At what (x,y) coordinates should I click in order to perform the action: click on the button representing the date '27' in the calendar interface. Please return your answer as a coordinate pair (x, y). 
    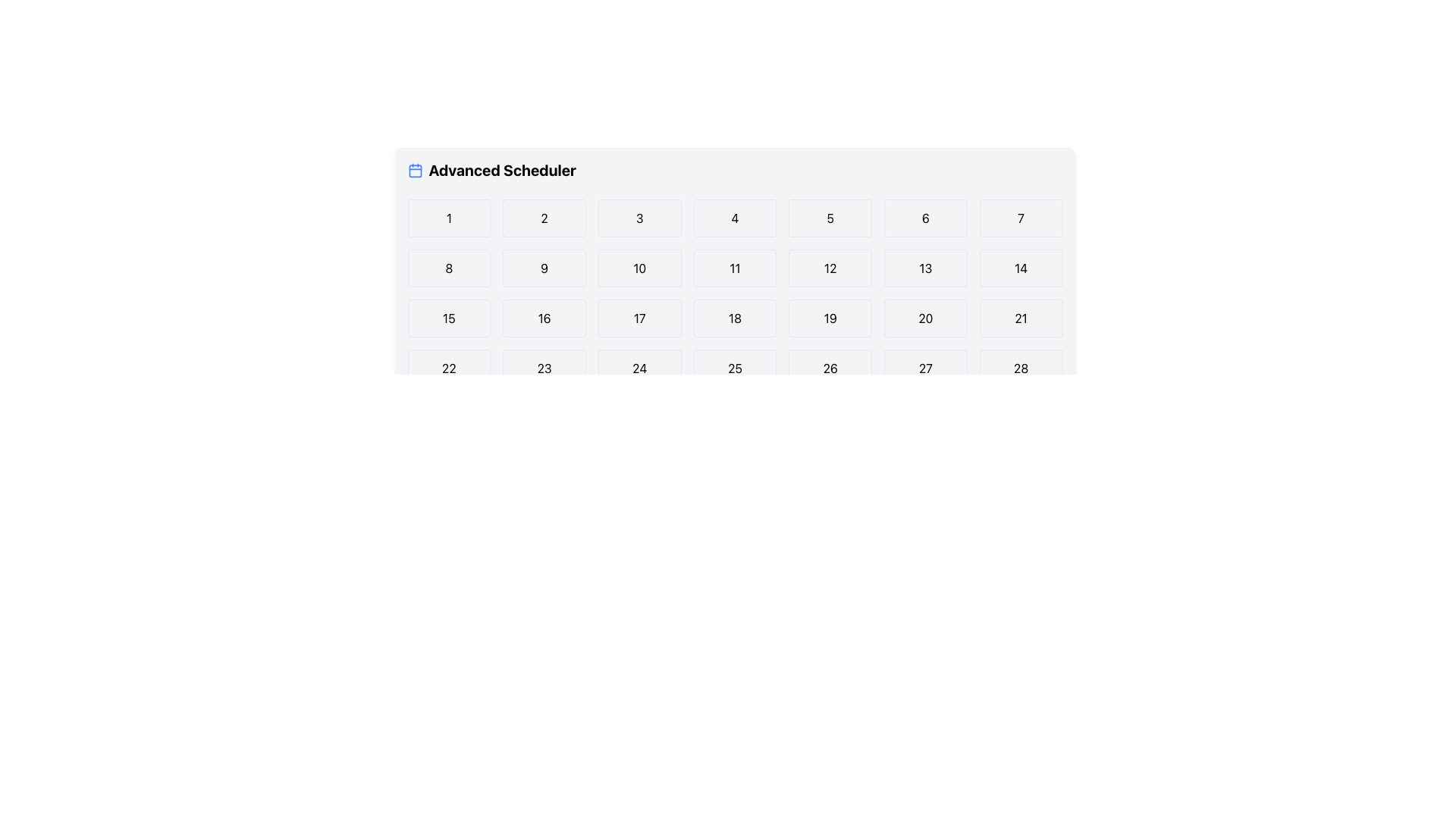
    Looking at the image, I should click on (924, 369).